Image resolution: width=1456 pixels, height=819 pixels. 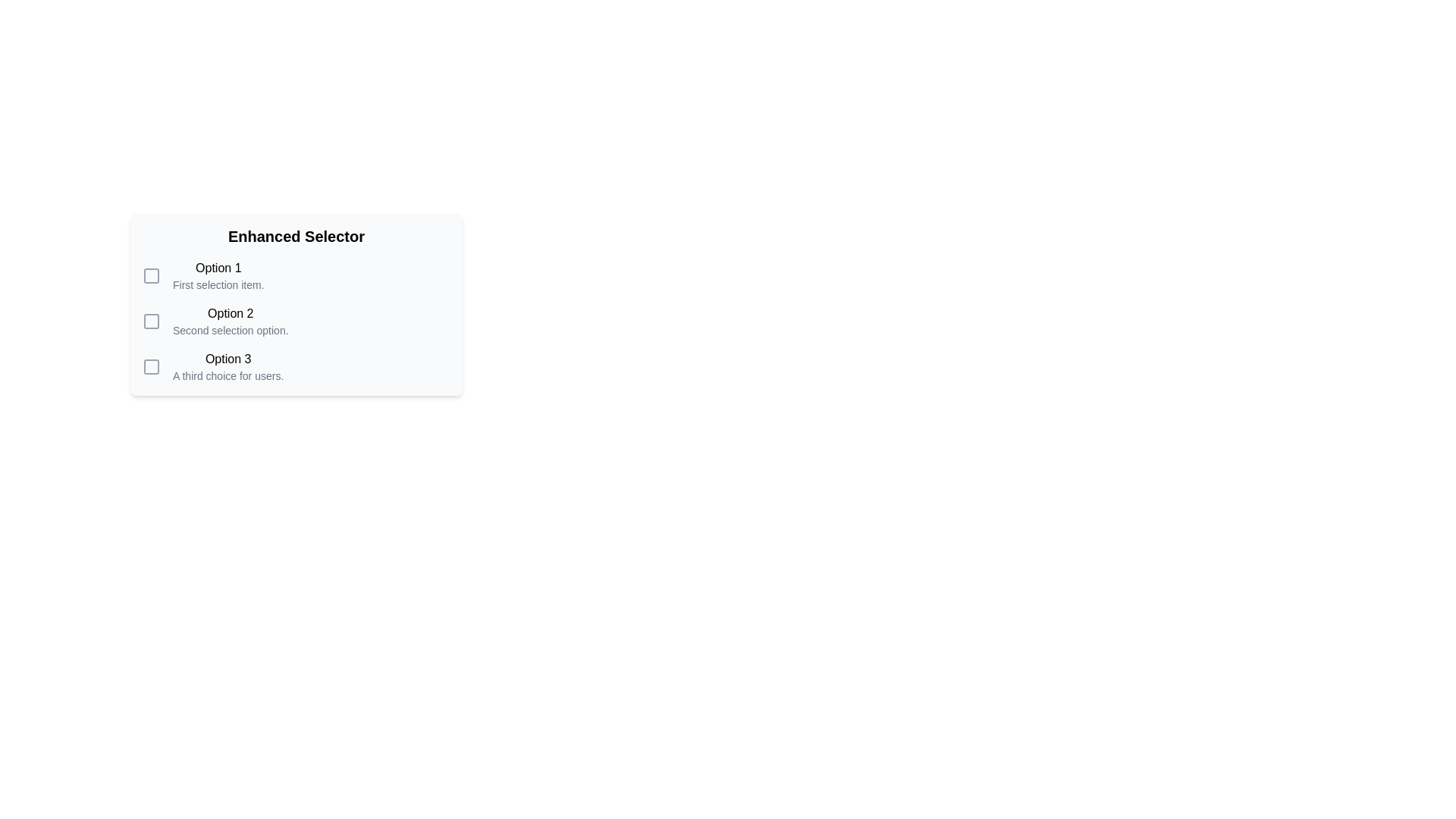 I want to click on the checkbox next to 'Option 1' in the selectable item interface, so click(x=218, y=275).